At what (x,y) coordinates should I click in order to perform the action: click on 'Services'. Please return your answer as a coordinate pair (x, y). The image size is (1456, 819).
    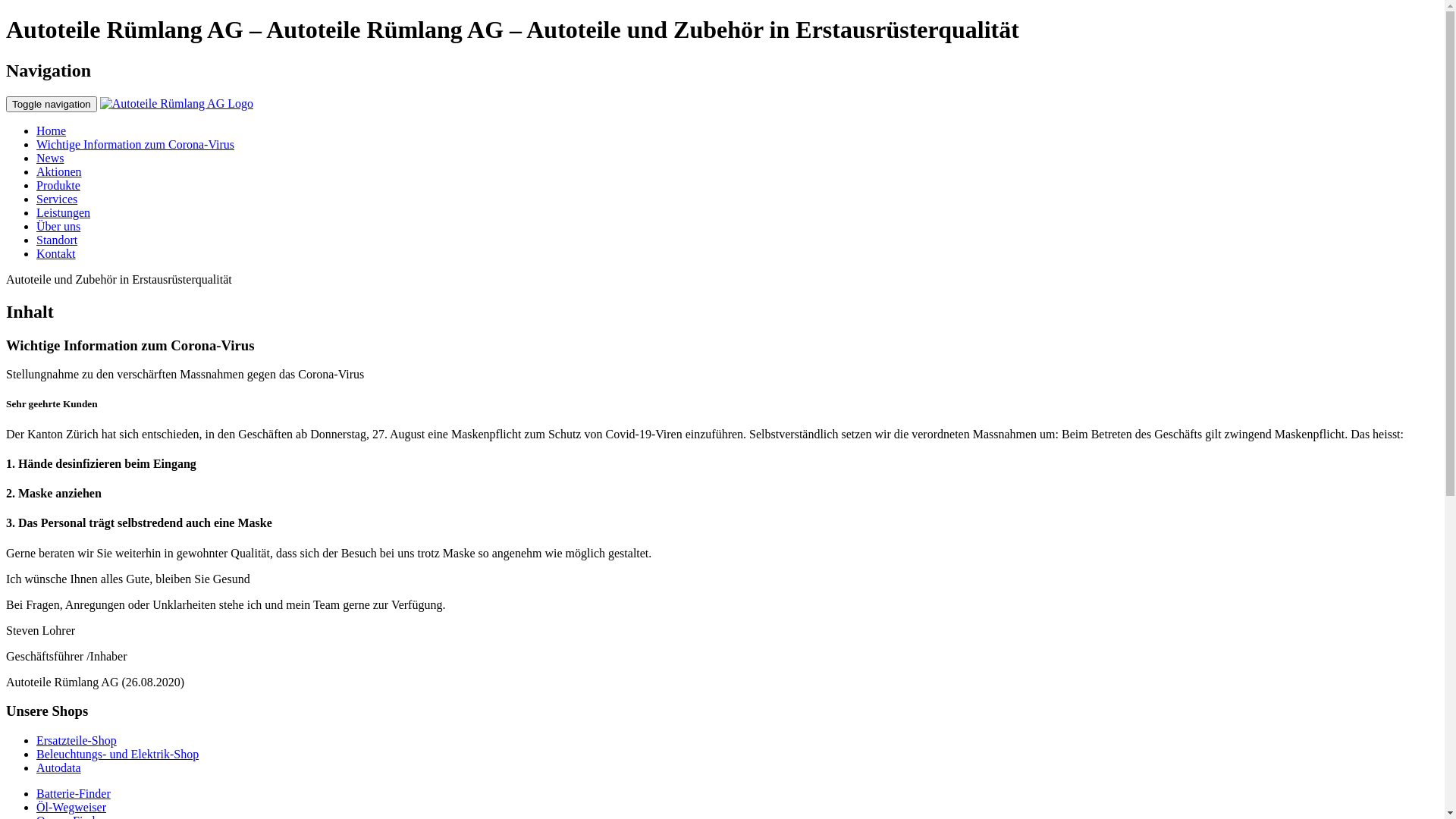
    Looking at the image, I should click on (57, 198).